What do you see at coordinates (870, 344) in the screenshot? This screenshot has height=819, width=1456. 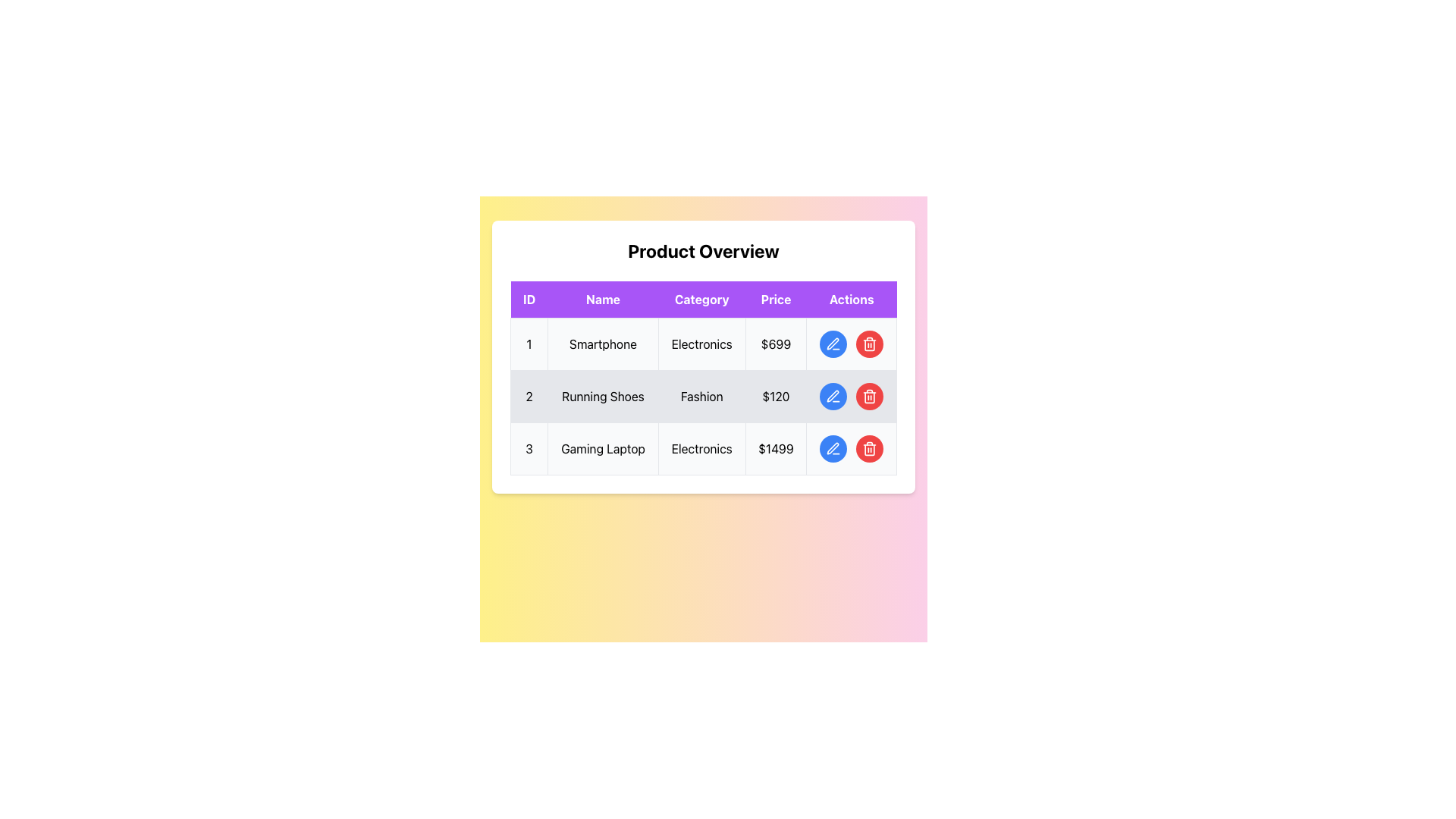 I see `the trash bin icon button in the 'Actions' column of the third row of the table` at bounding box center [870, 344].